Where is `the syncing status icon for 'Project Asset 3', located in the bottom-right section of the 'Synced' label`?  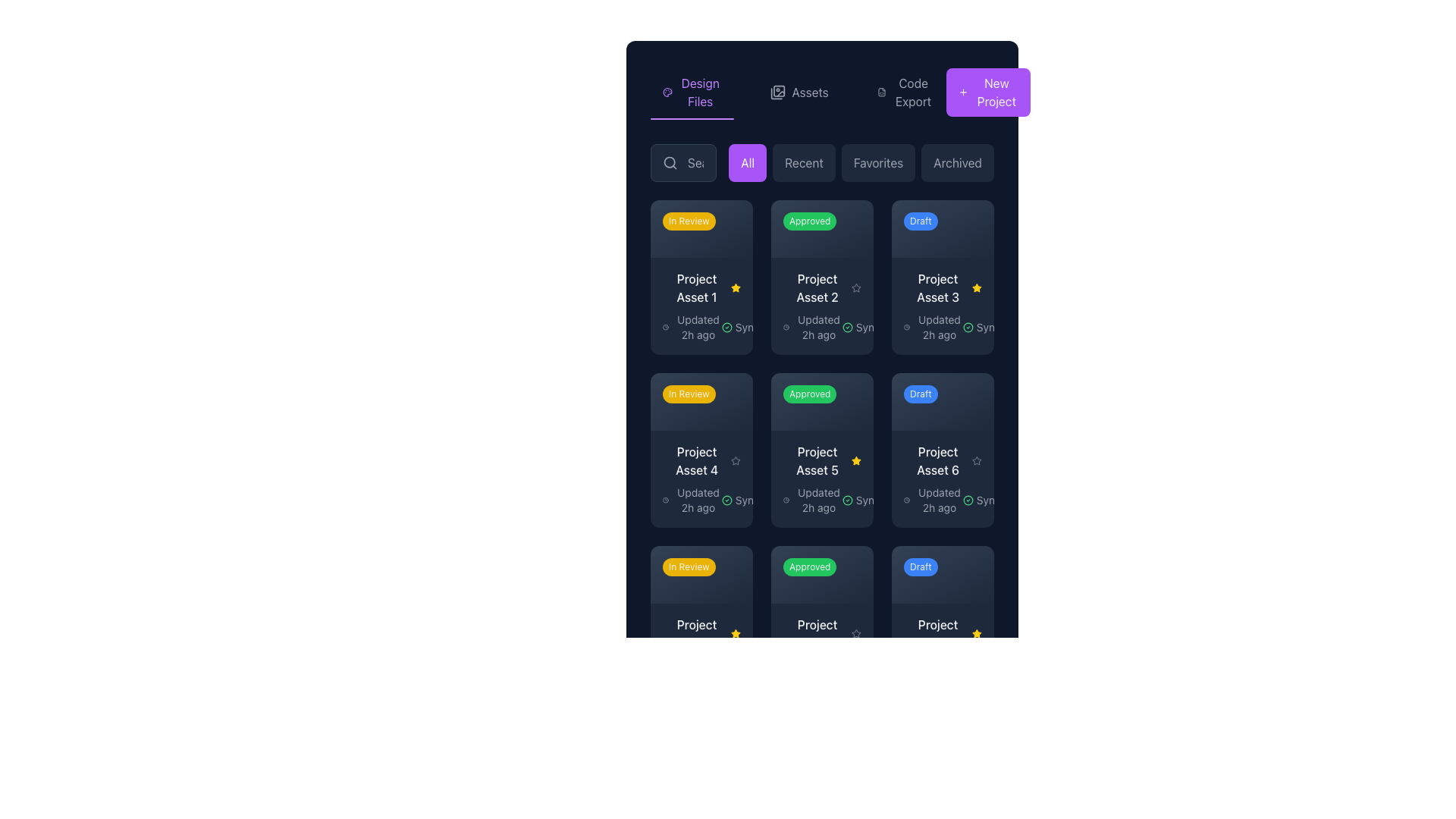 the syncing status icon for 'Project Asset 3', located in the bottom-right section of the 'Synced' label is located at coordinates (967, 326).